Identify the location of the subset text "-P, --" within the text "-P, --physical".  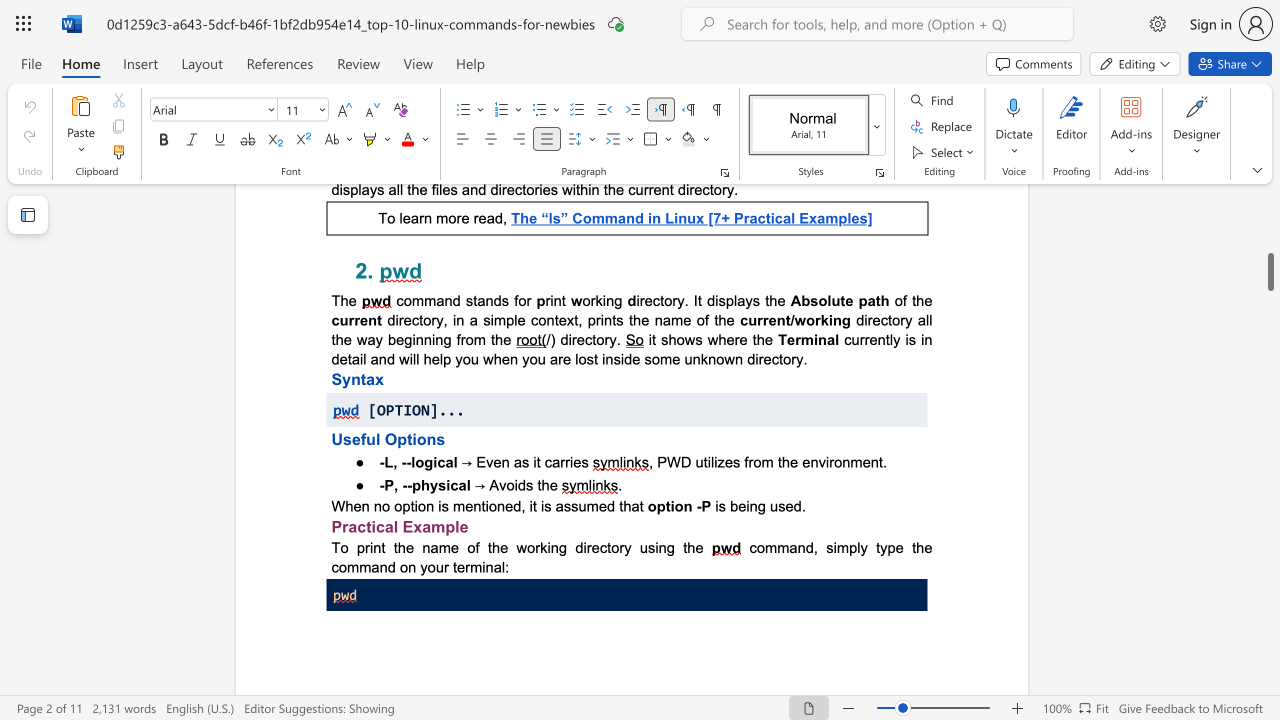
(379, 485).